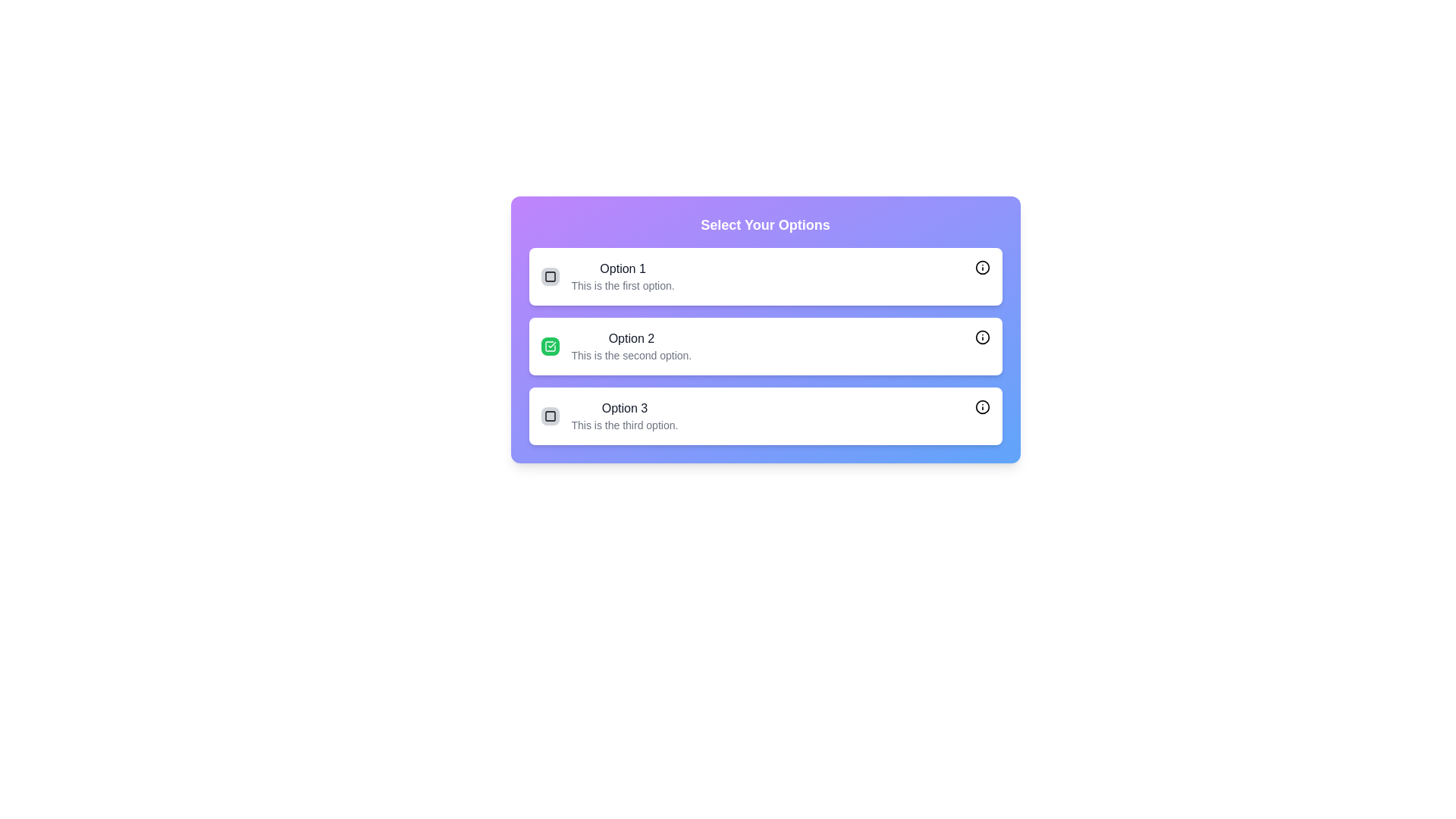  What do you see at coordinates (624, 408) in the screenshot?
I see `the label for the third option in the list, which identifies this specific item and is positioned below 'Option 2'` at bounding box center [624, 408].